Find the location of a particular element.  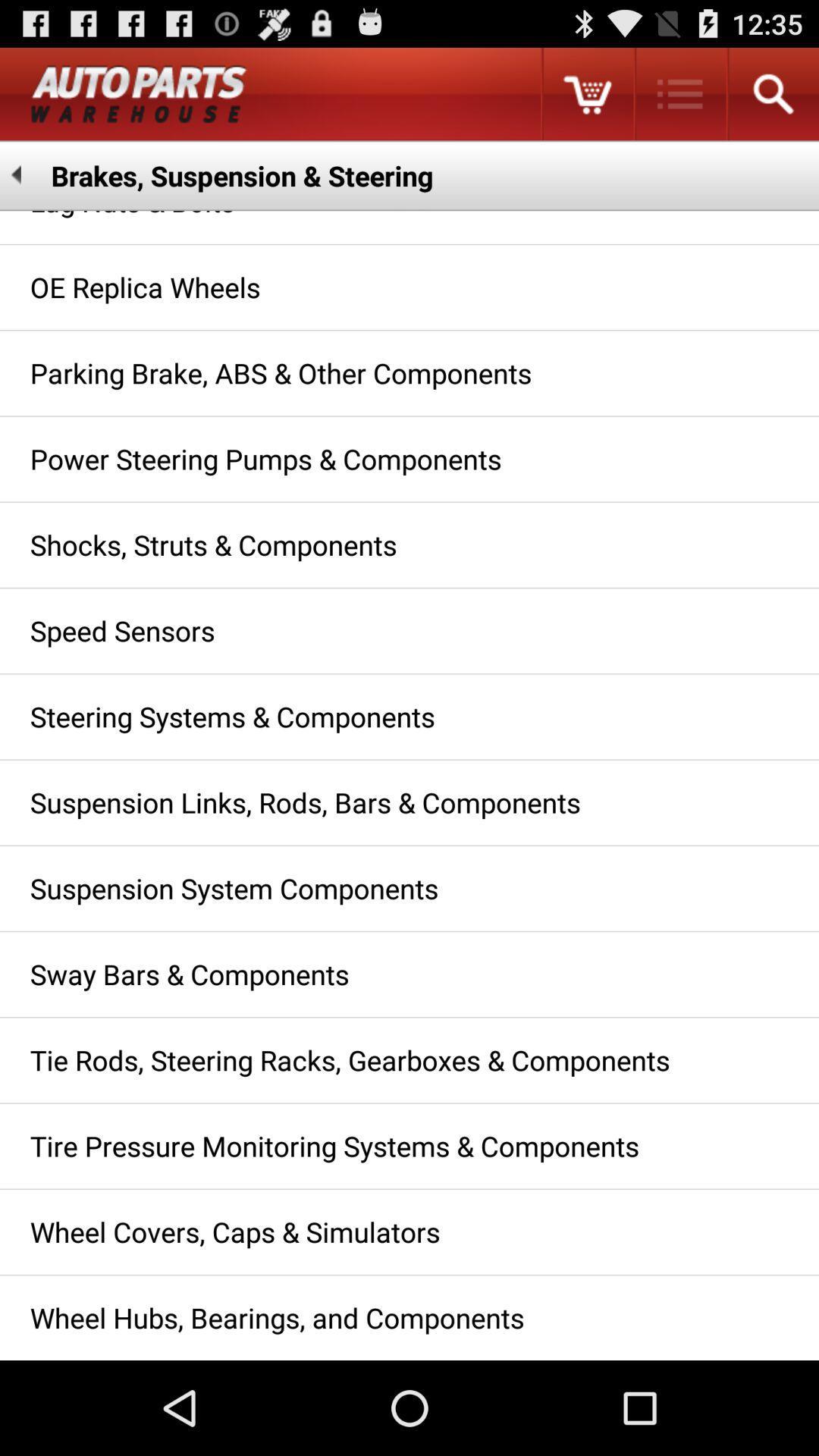

the cart icon is located at coordinates (586, 99).